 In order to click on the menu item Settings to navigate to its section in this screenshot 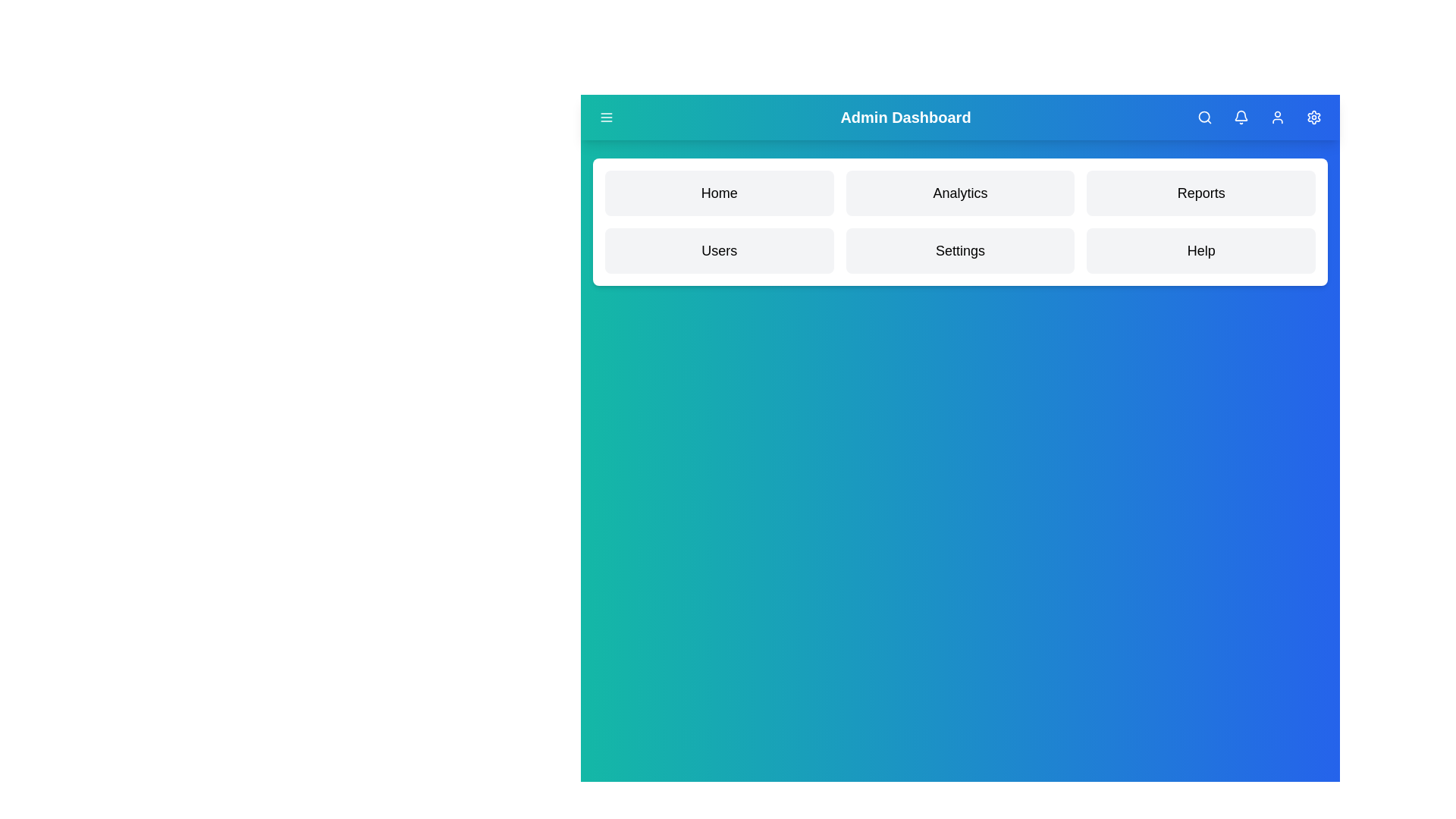, I will do `click(959, 250)`.